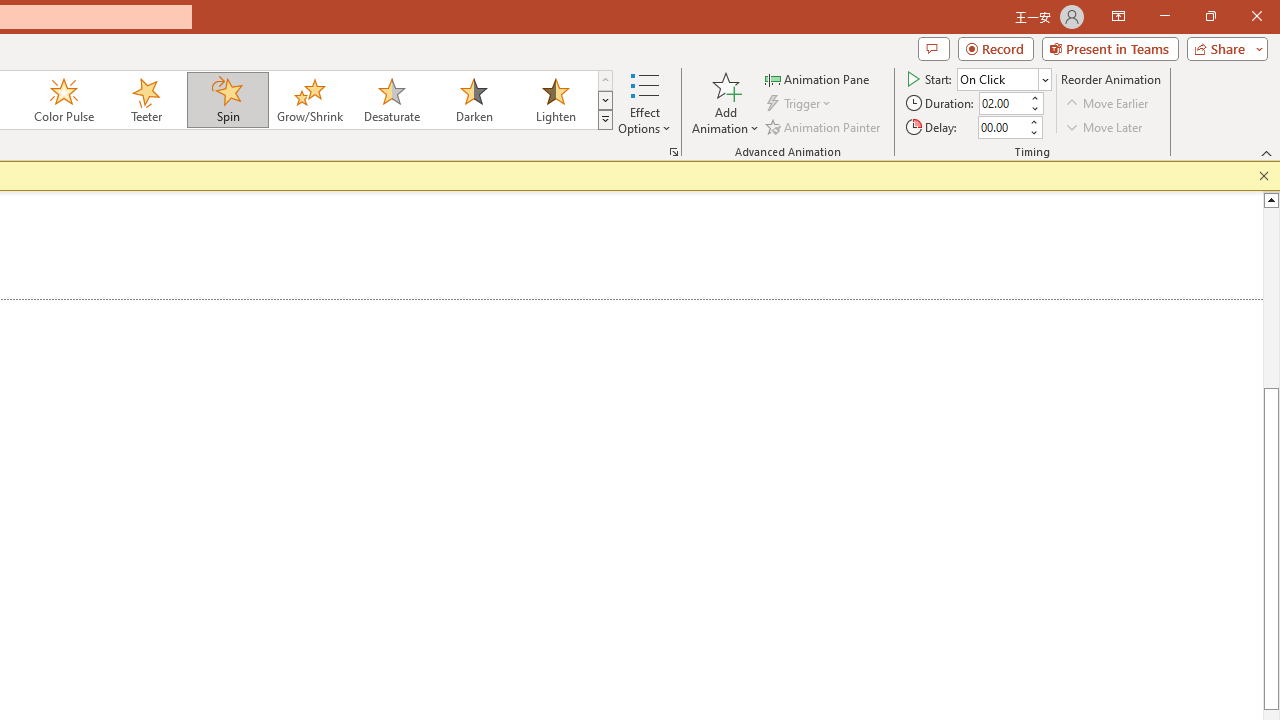 This screenshot has height=720, width=1280. Describe the element at coordinates (604, 100) in the screenshot. I see `'Row Down'` at that location.